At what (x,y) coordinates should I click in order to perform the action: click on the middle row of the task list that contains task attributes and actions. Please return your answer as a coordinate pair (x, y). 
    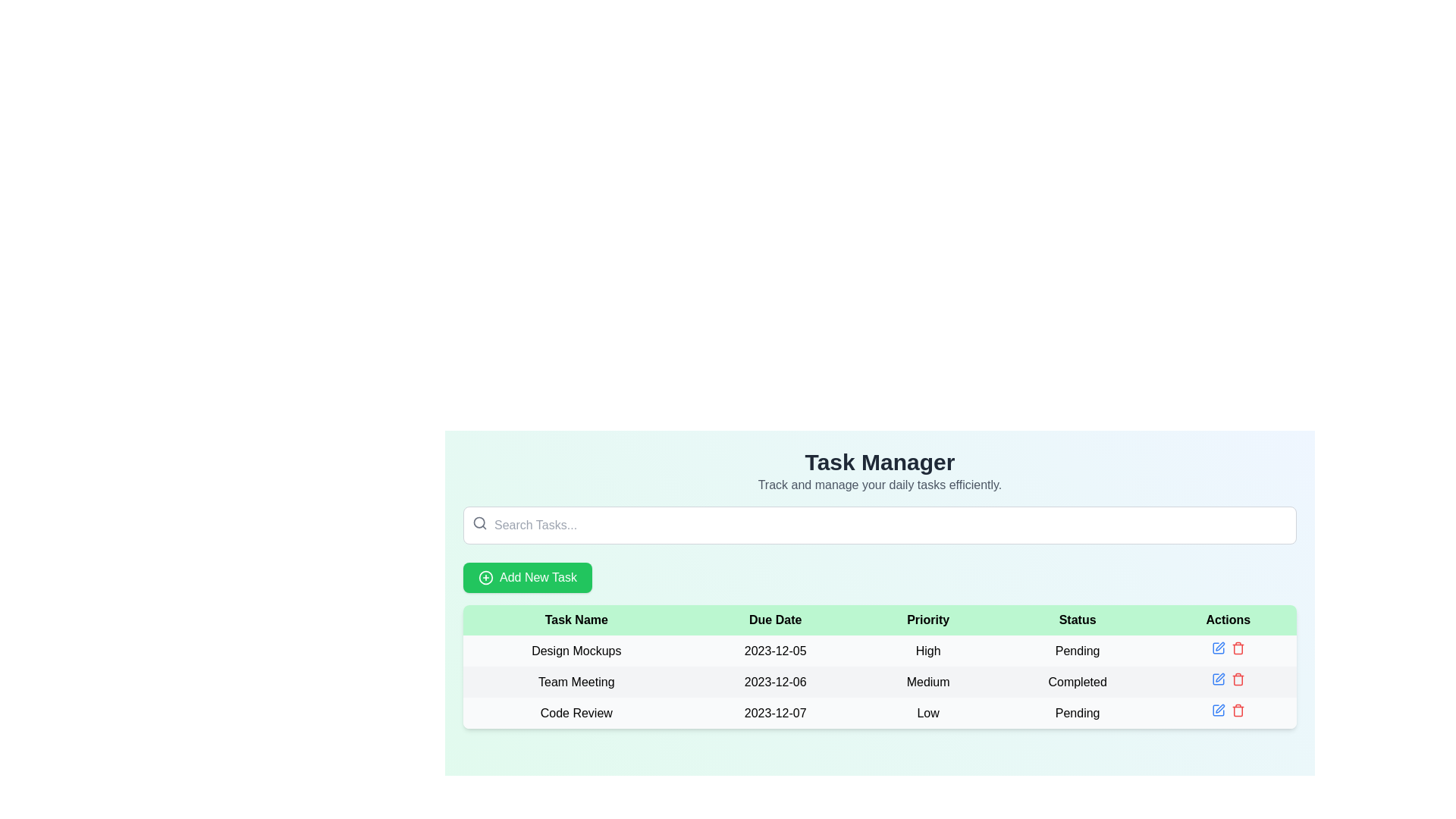
    Looking at the image, I should click on (880, 681).